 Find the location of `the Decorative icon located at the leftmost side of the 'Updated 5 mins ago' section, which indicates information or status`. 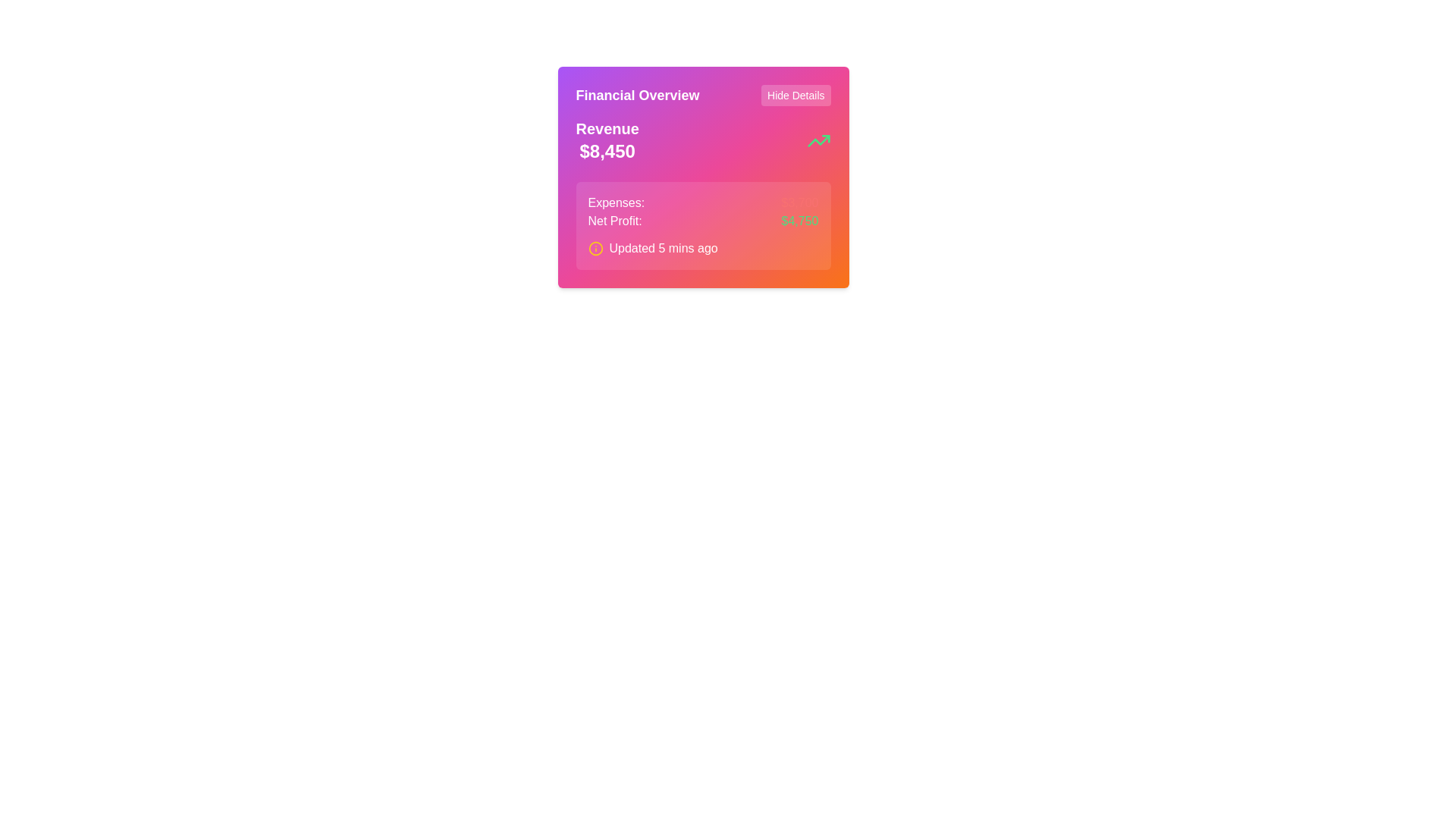

the Decorative icon located at the leftmost side of the 'Updated 5 mins ago' section, which indicates information or status is located at coordinates (595, 247).